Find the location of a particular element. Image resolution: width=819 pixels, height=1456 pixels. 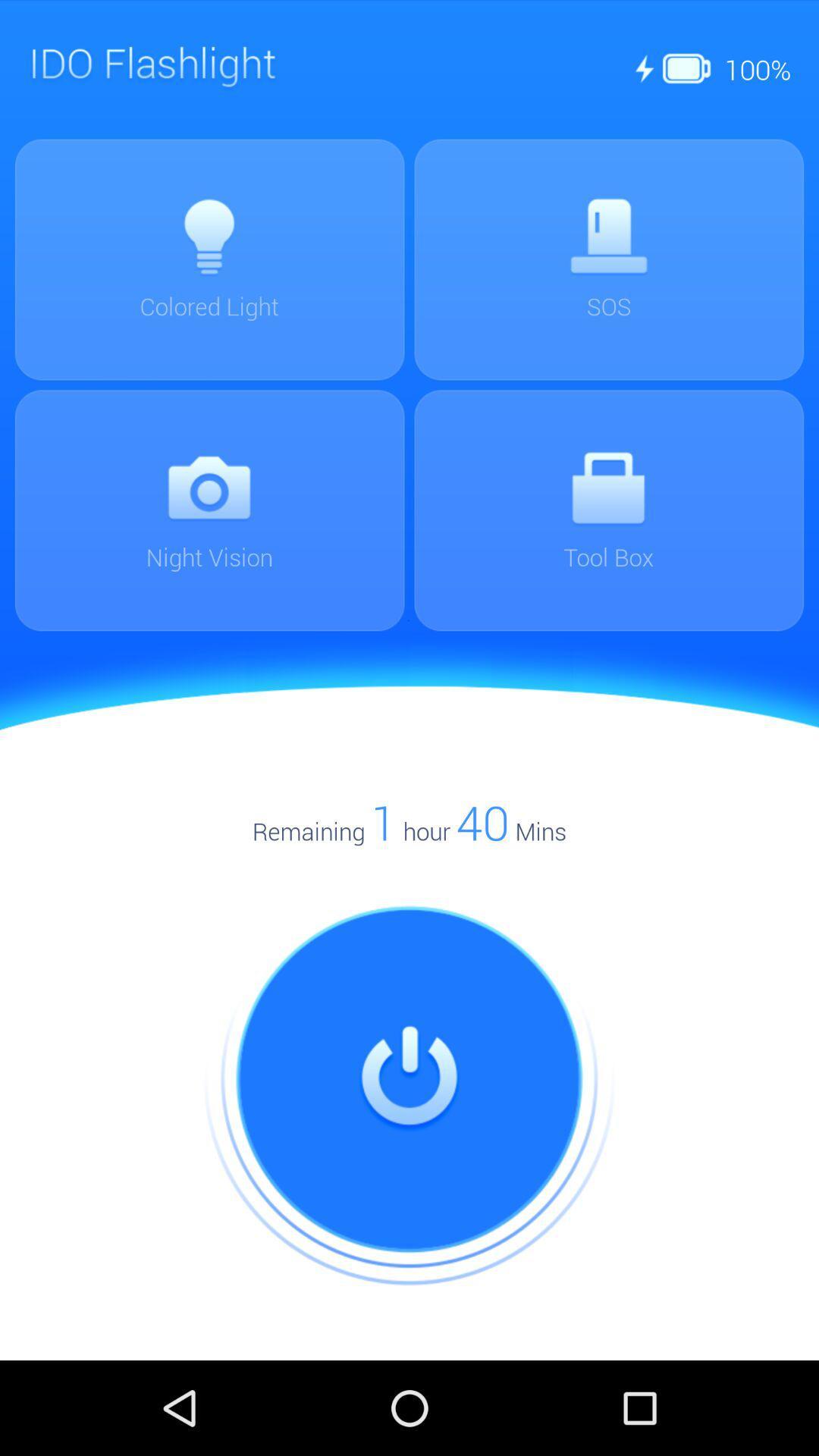

the icon above tool box is located at coordinates (607, 488).